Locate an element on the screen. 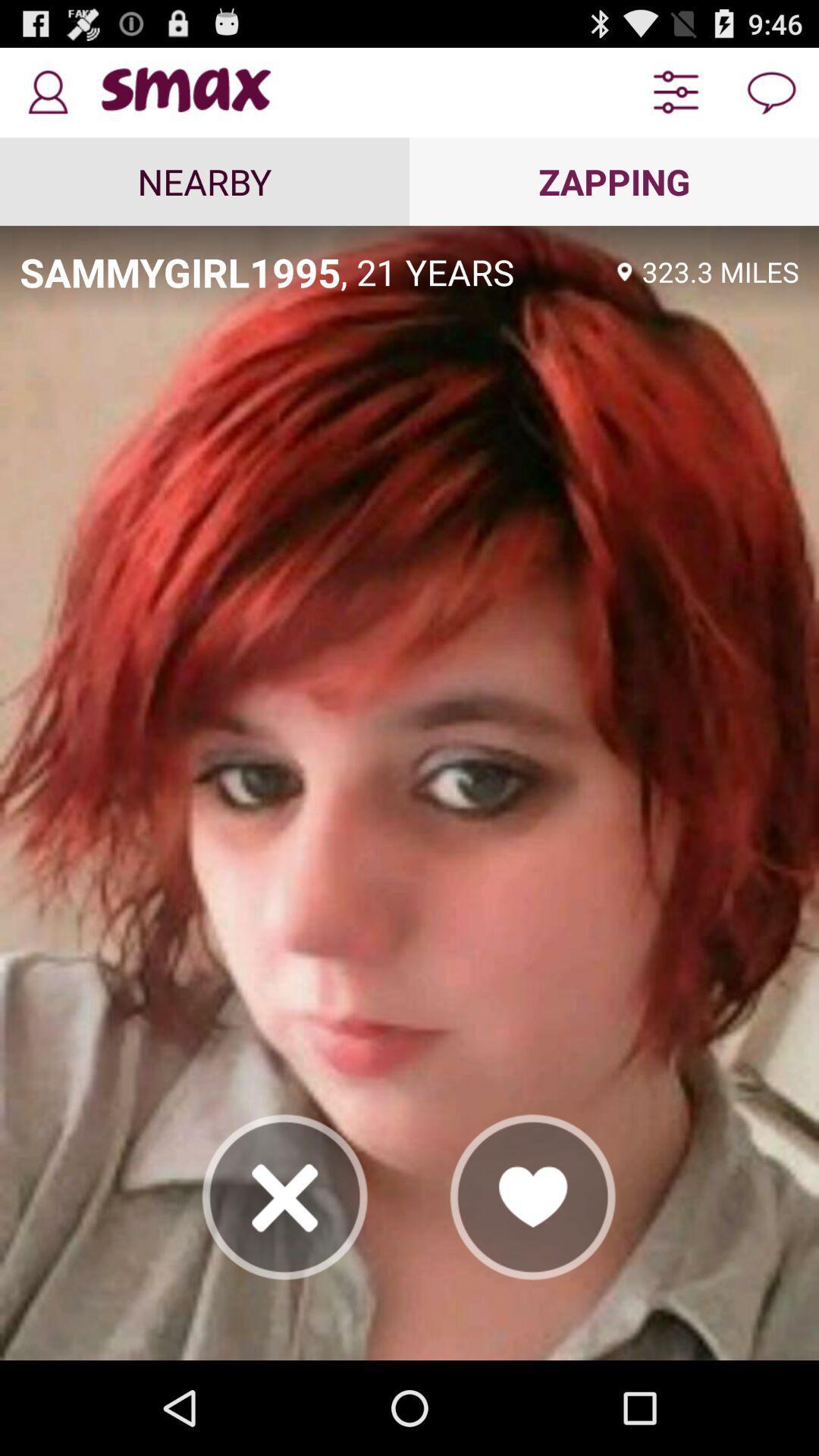  item next to , 21 years is located at coordinates (179, 271).